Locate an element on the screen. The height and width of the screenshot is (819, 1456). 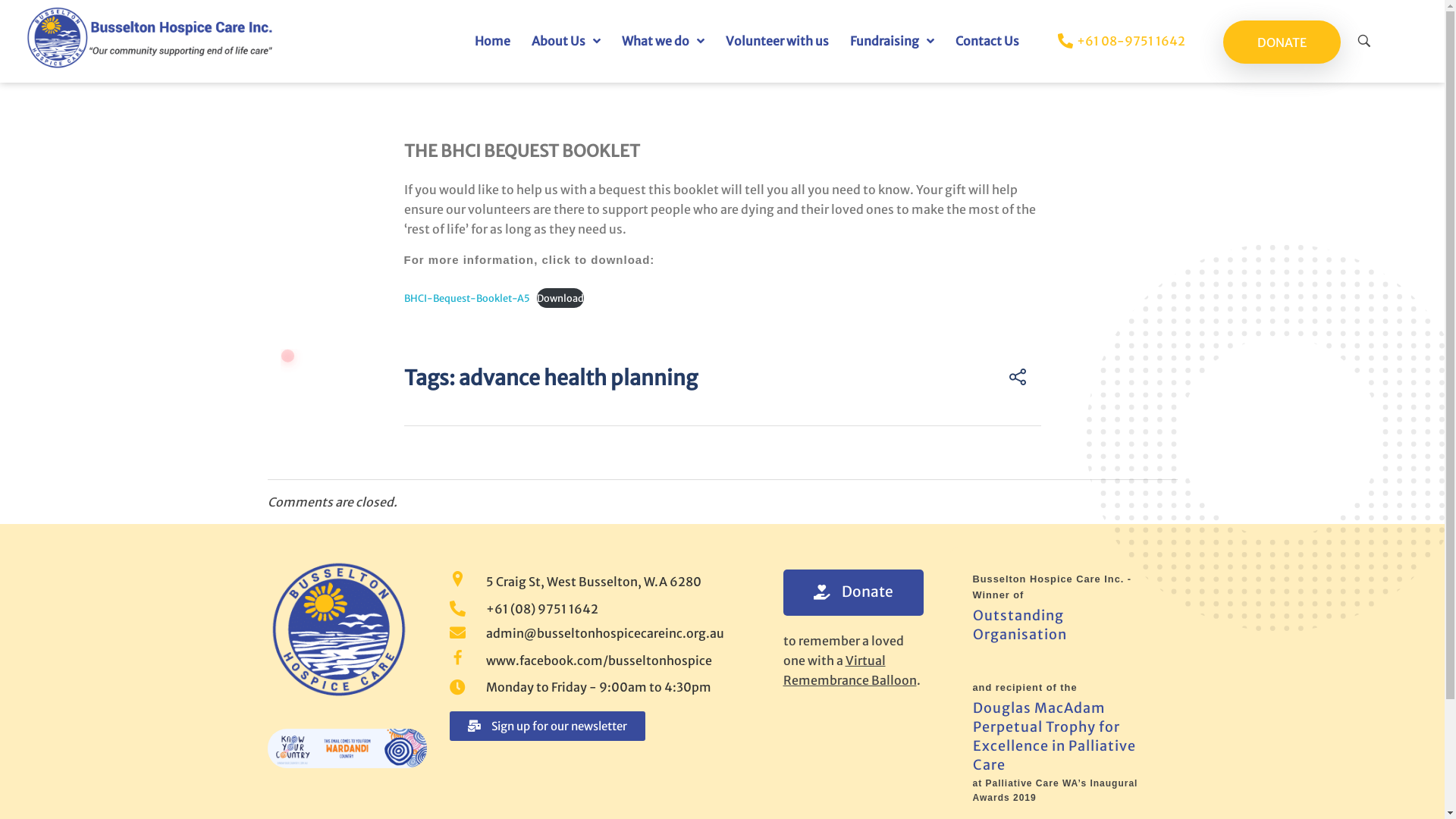
'Home' is located at coordinates (492, 40).